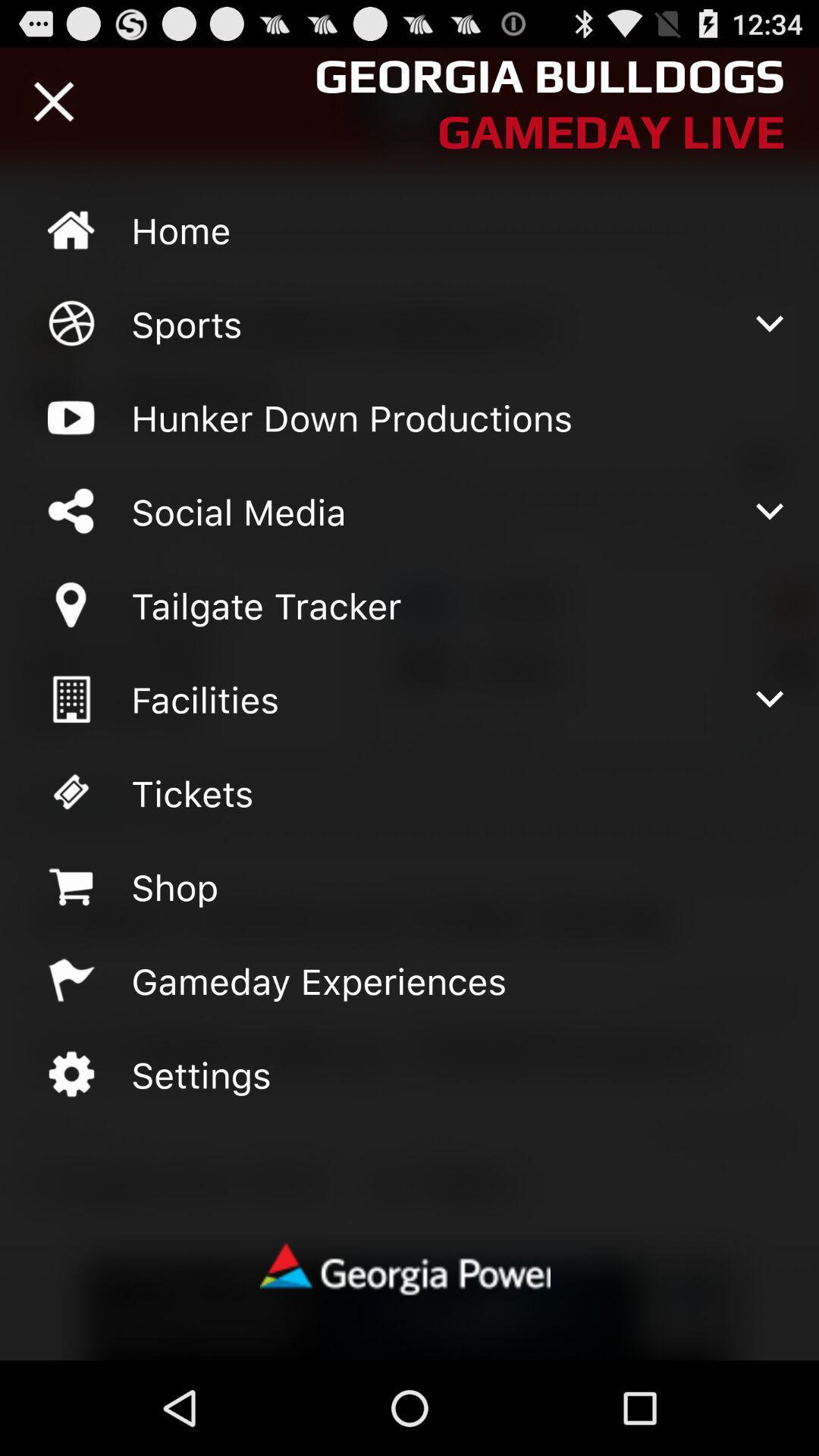  Describe the element at coordinates (53, 108) in the screenshot. I see `the close icon` at that location.